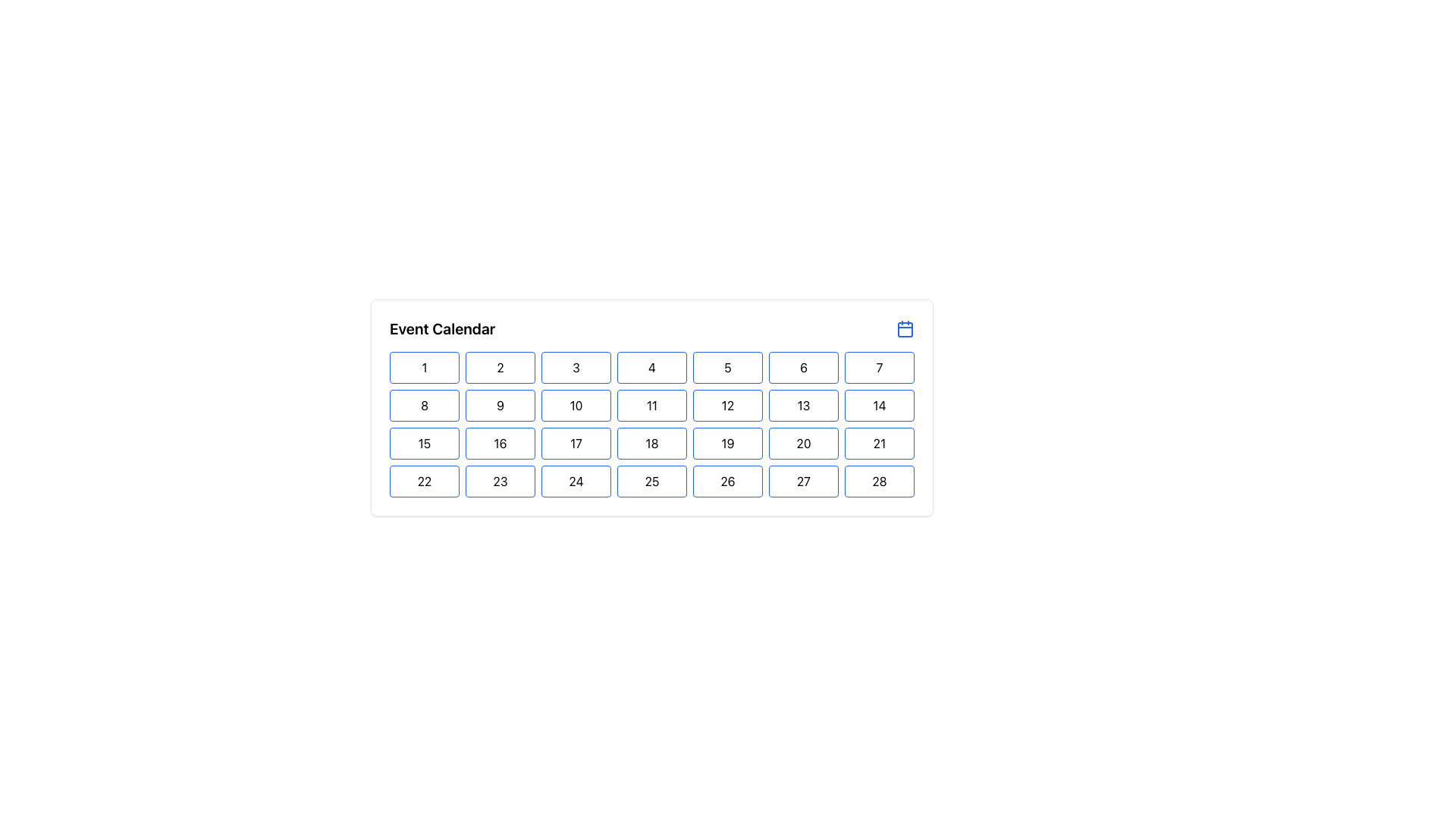 The height and width of the screenshot is (819, 1456). Describe the element at coordinates (651, 406) in the screenshot. I see `the interactive day cells of the 'Event Calendar'` at that location.